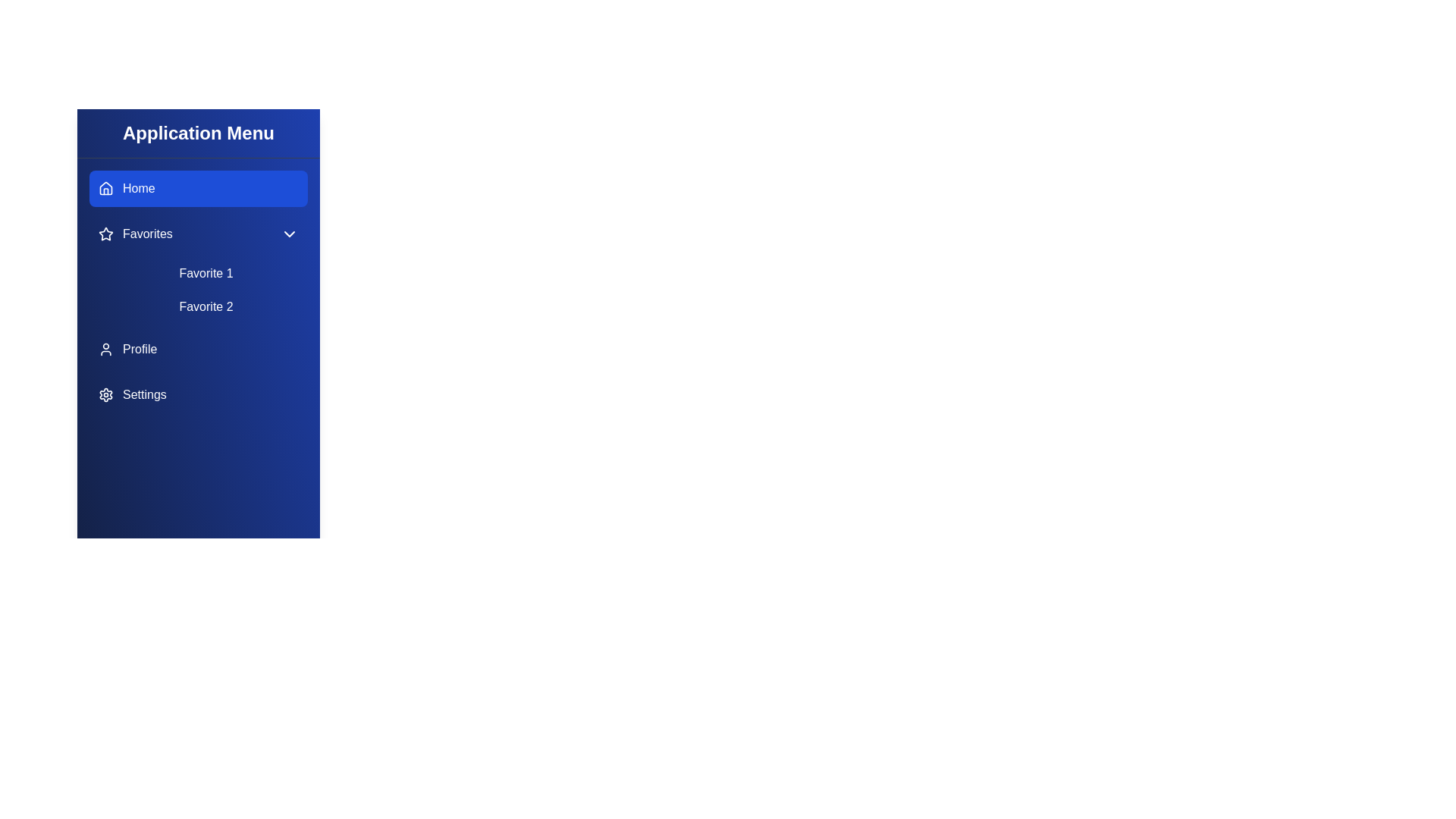 The width and height of the screenshot is (1456, 819). Describe the element at coordinates (140, 350) in the screenshot. I see `the 'Profile' text label, which is displayed in white over a dark blue background in the sidebar menu, positioned between the 'Favorites' and 'Settings' sections` at that location.